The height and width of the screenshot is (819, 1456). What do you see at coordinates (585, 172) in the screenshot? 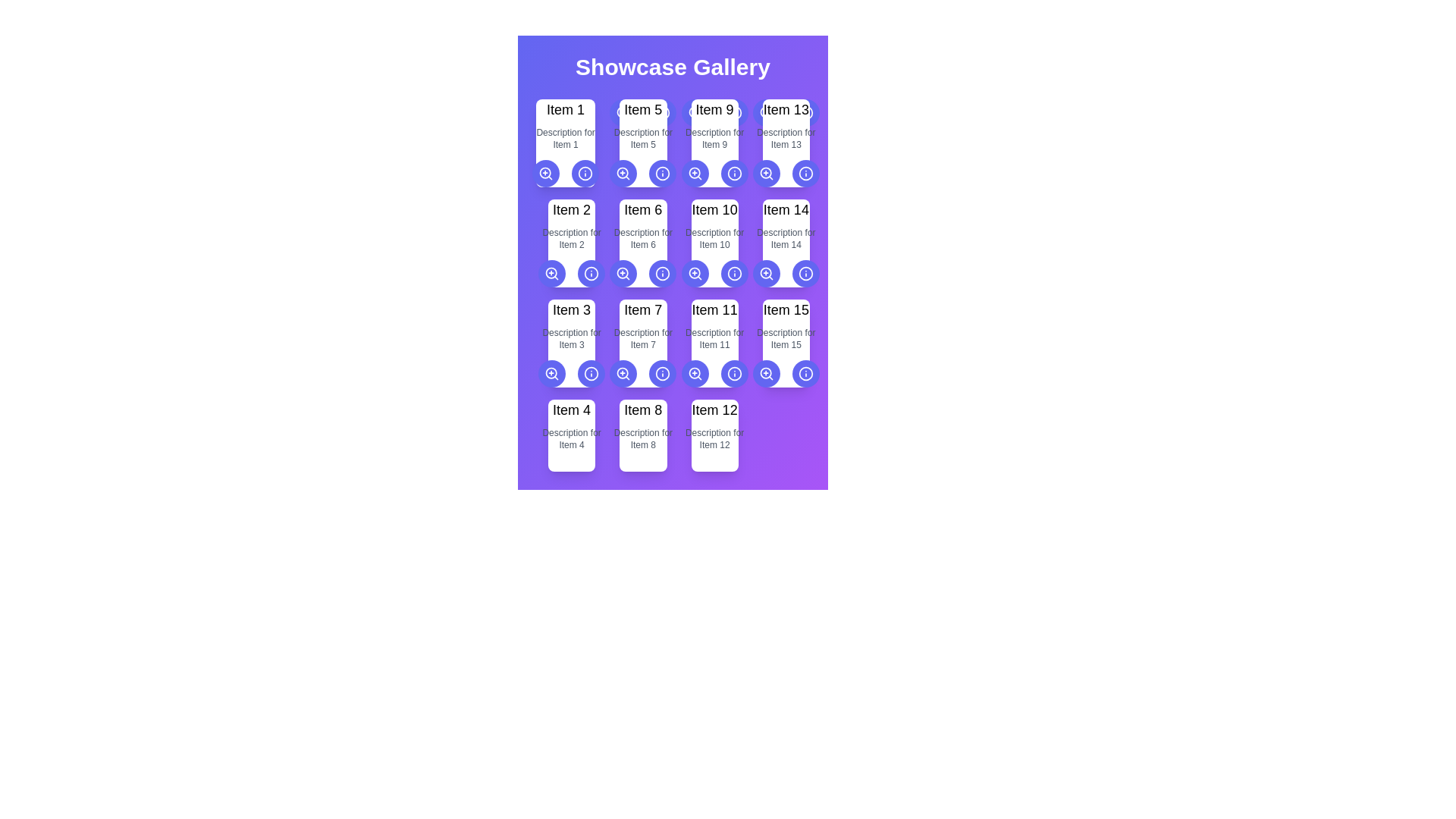
I see `the circular button with a purple background and 'info' symbol` at bounding box center [585, 172].